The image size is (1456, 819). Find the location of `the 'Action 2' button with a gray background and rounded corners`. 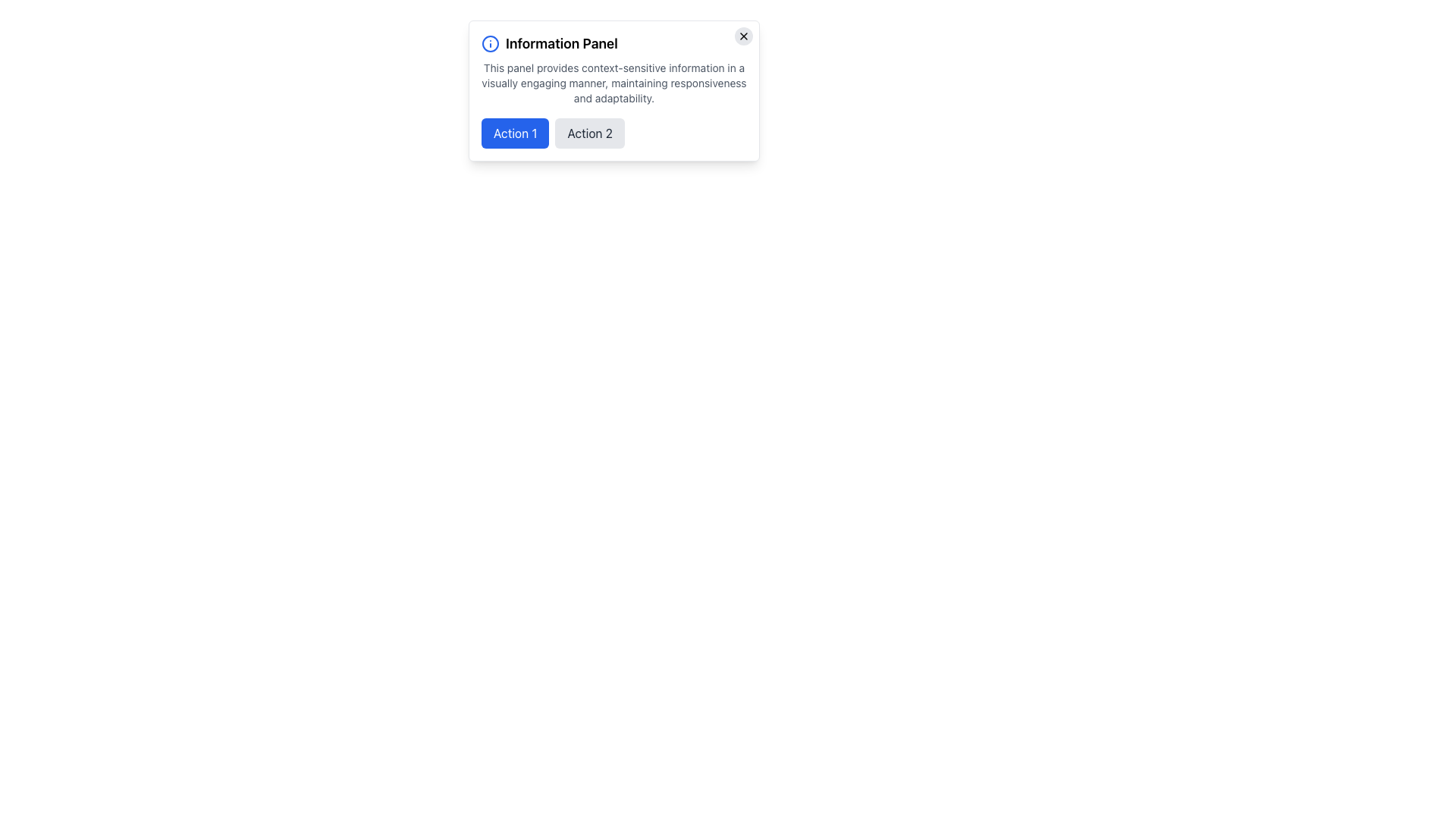

the 'Action 2' button with a gray background and rounded corners is located at coordinates (589, 133).